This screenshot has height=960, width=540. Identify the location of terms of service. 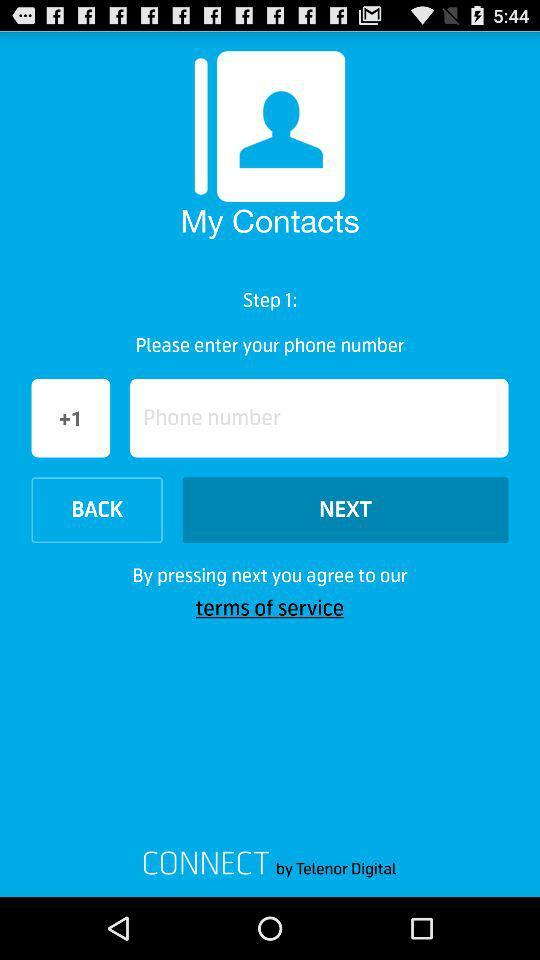
(270, 607).